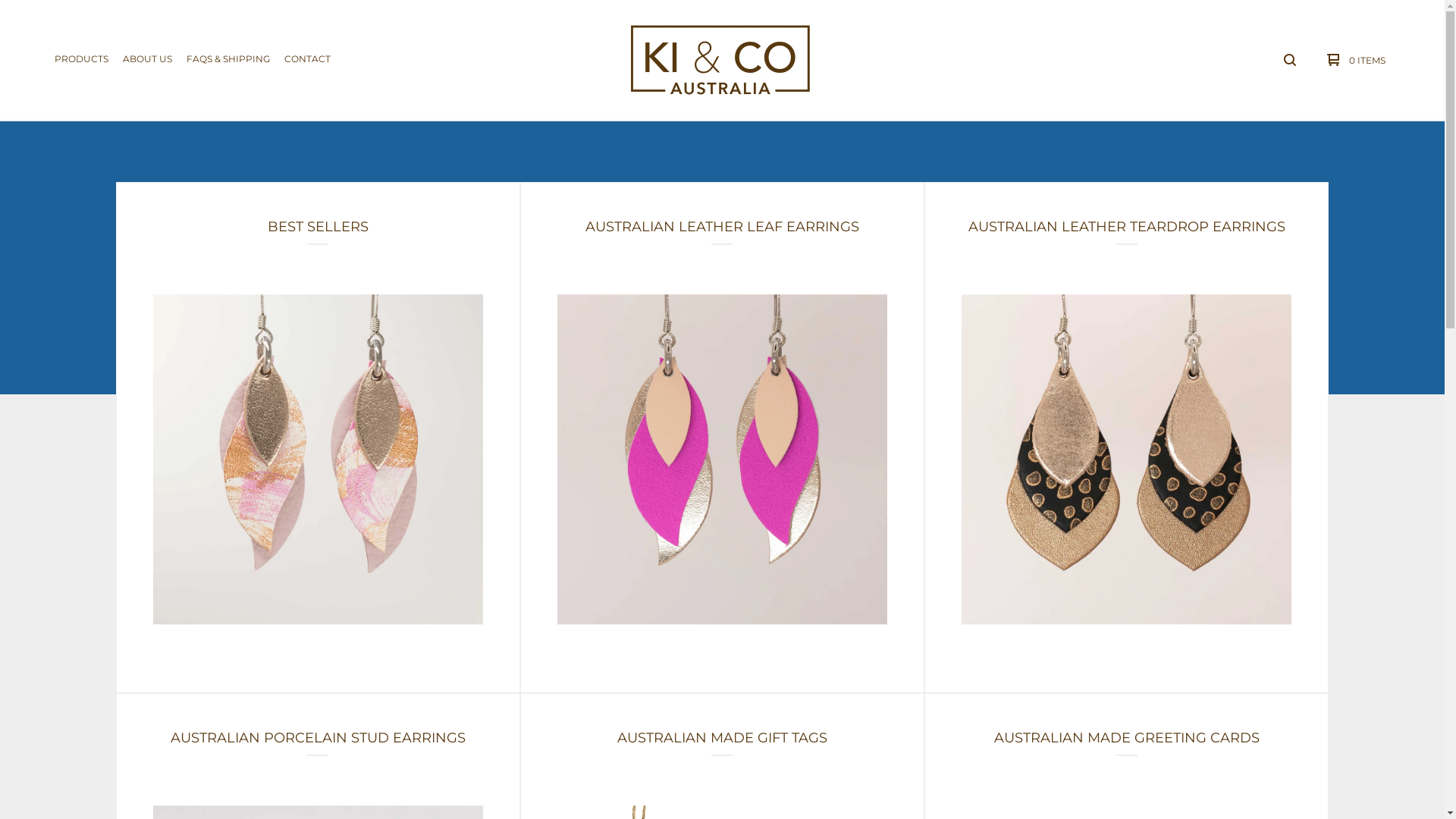  What do you see at coordinates (721, 438) in the screenshot?
I see `'AUSTRALIAN LEATHER LEAF EARRINGS'` at bounding box center [721, 438].